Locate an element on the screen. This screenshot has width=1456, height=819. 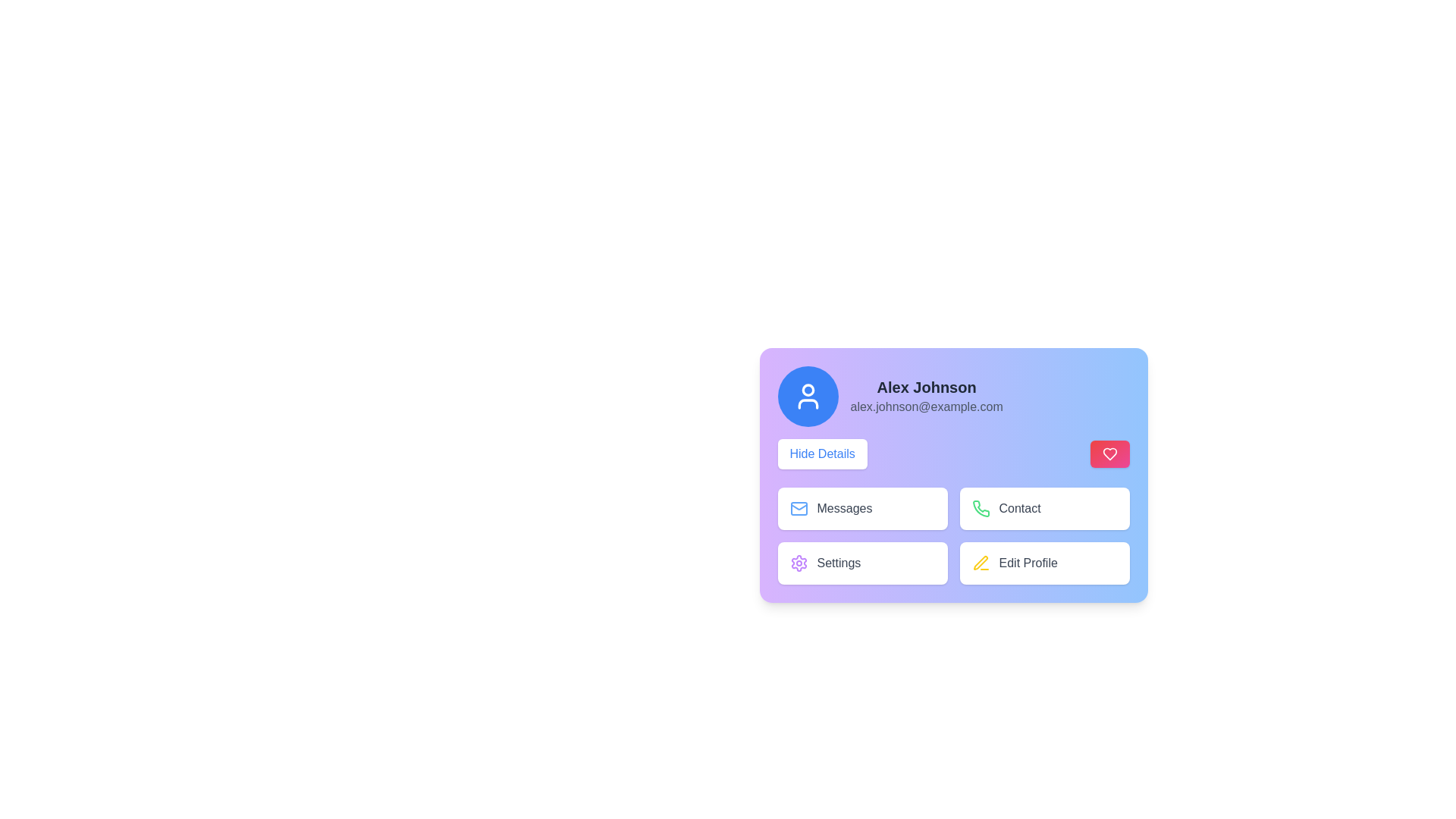
the circular graphical representation element that symbolizes the user's head in the avatar section of the profile picture is located at coordinates (807, 389).